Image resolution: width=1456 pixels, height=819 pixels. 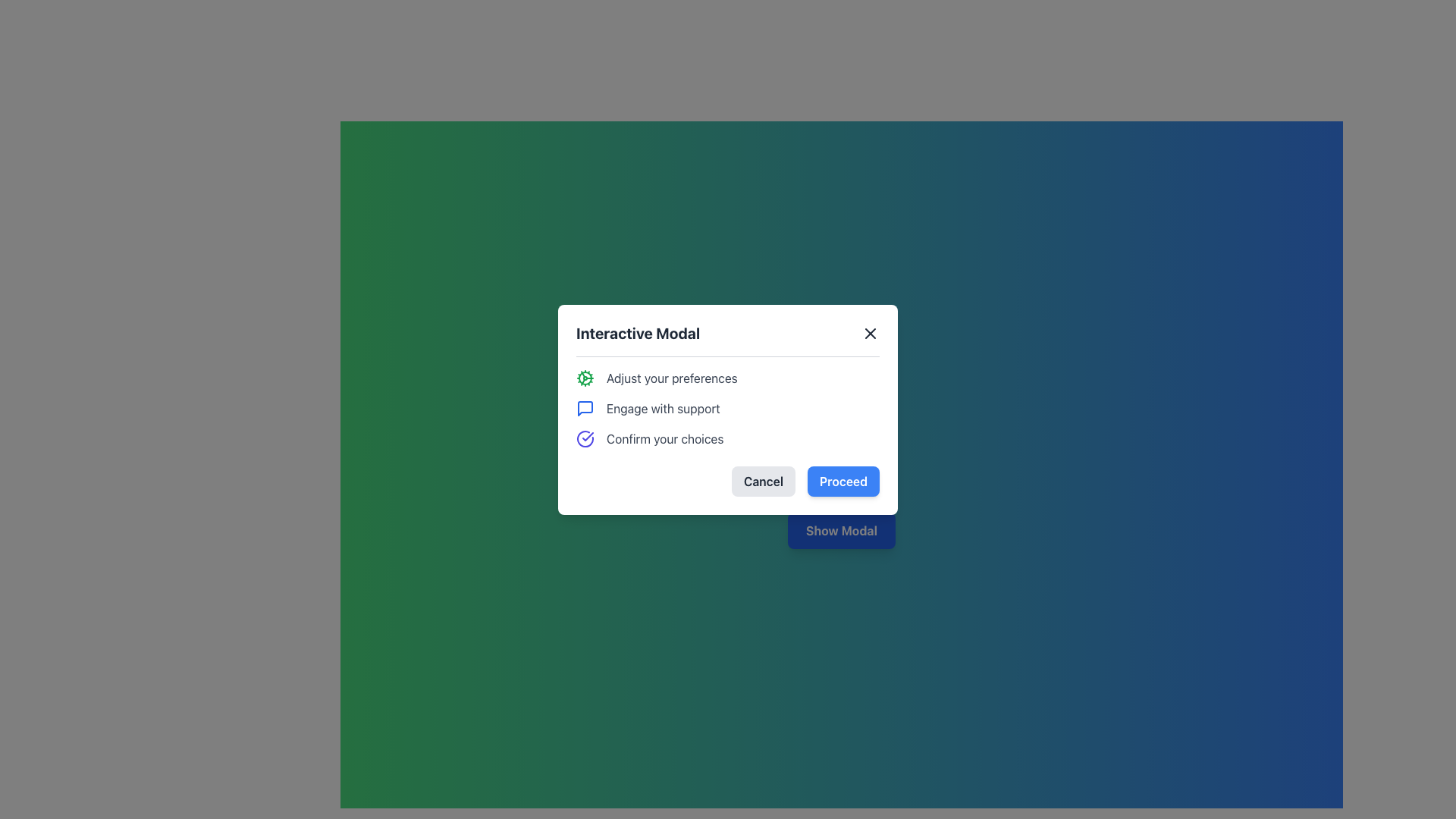 I want to click on the settings icon that represents the 'Adjust your preferences' option, located to the left of the corresponding text in the modal dialog box, so click(x=585, y=376).